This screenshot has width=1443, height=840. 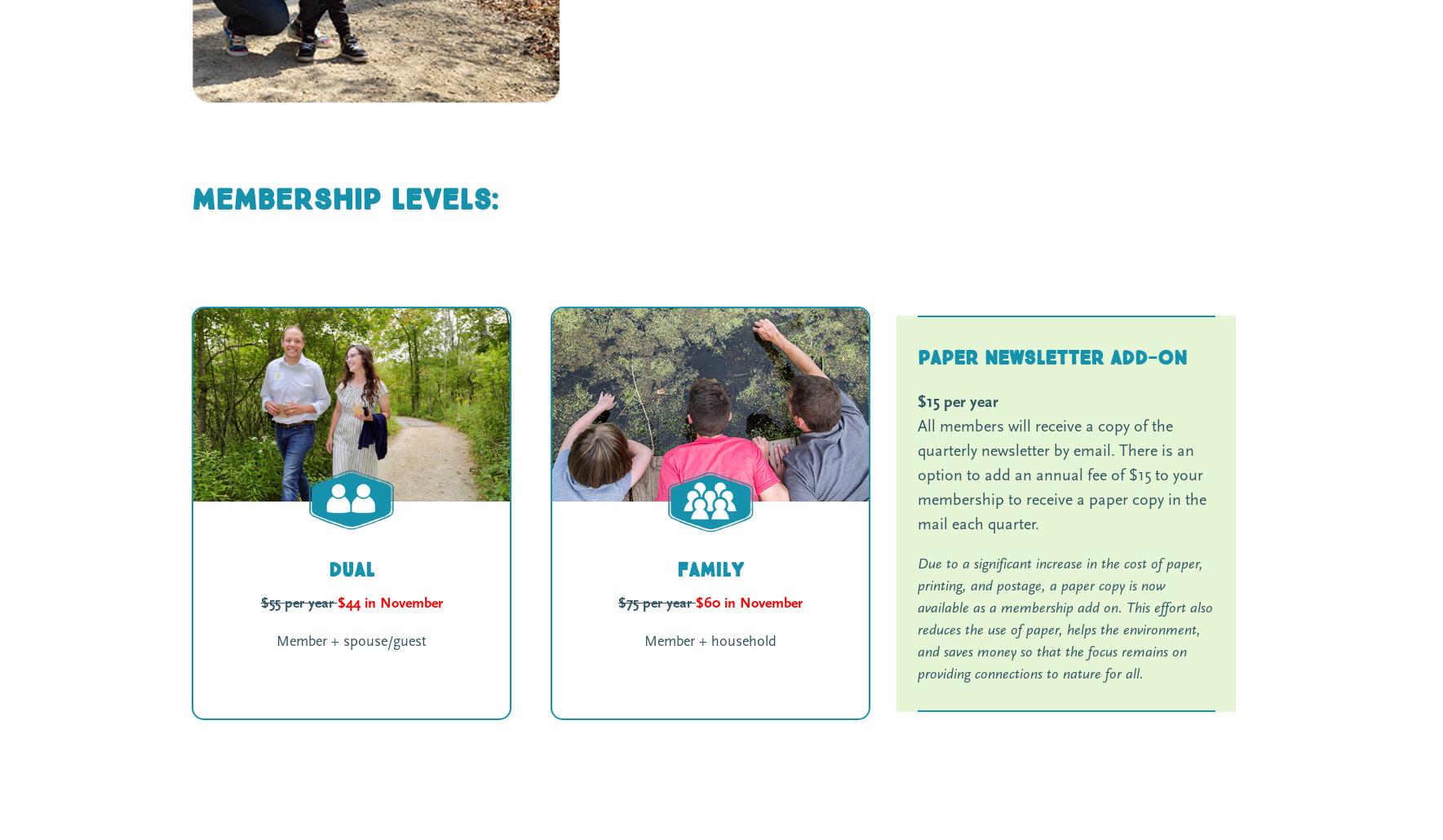 What do you see at coordinates (1051, 356) in the screenshot?
I see `'Paper Newsletter Add-on'` at bounding box center [1051, 356].